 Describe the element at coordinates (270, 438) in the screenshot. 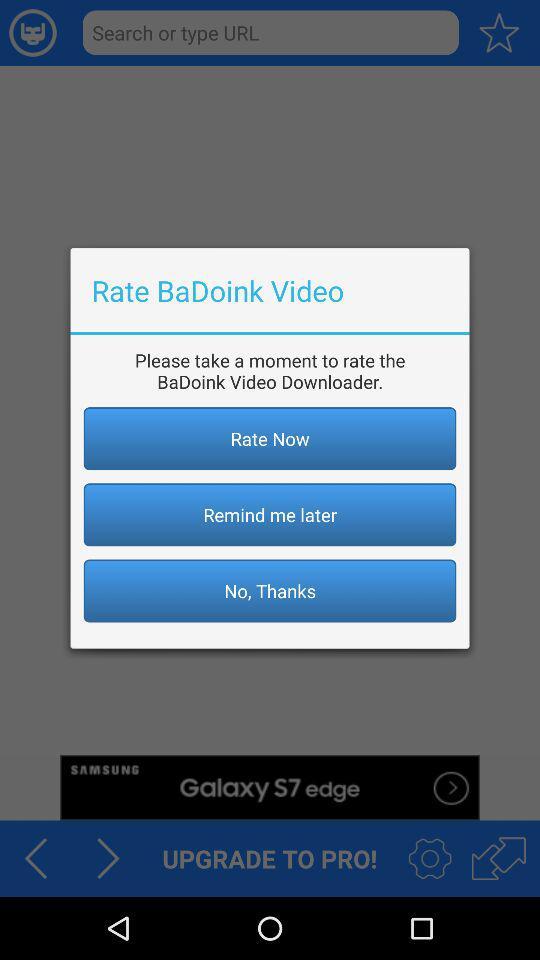

I see `the rate now` at that location.